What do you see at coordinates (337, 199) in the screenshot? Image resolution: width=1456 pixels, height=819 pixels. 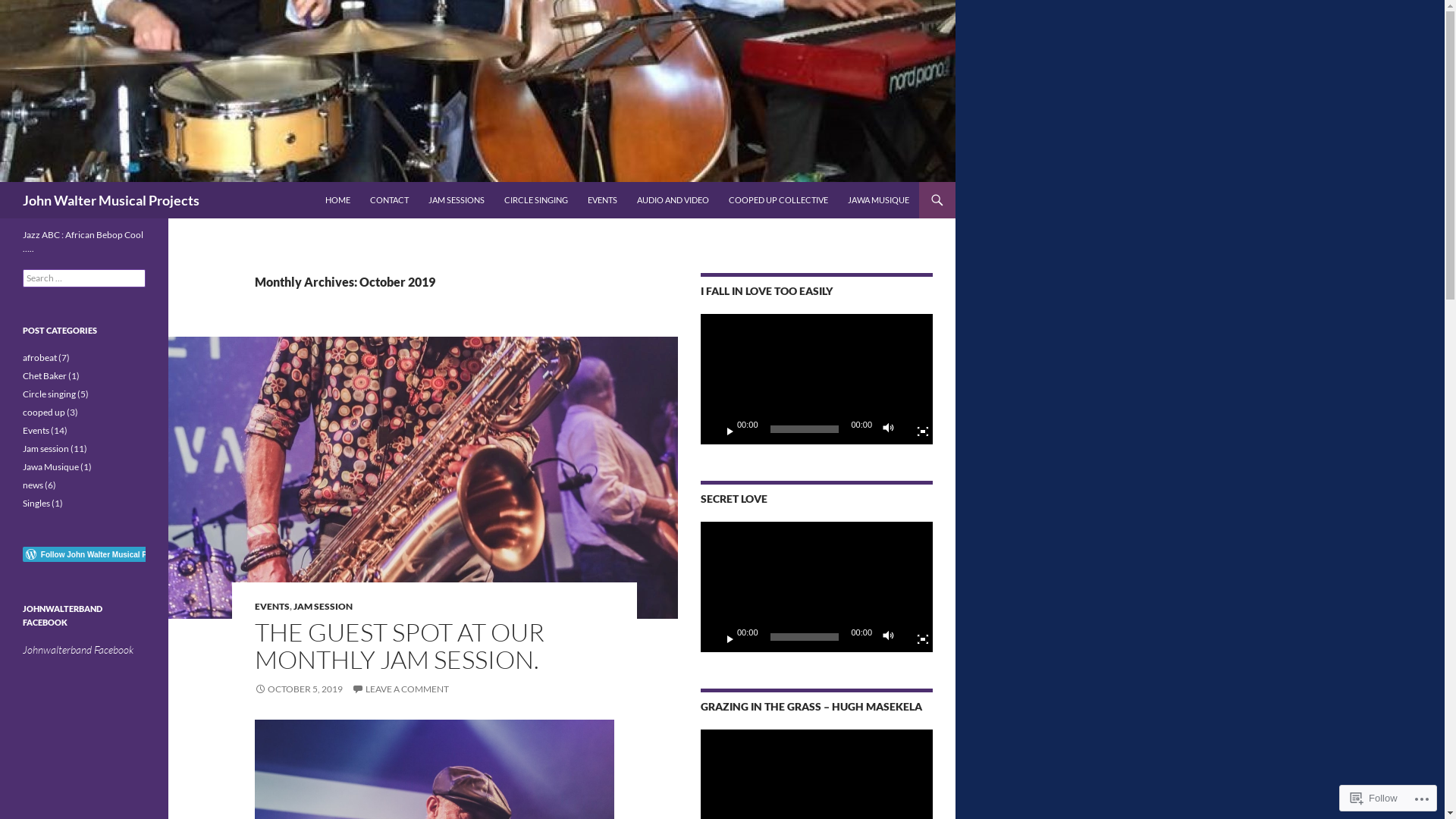 I see `'HOME'` at bounding box center [337, 199].